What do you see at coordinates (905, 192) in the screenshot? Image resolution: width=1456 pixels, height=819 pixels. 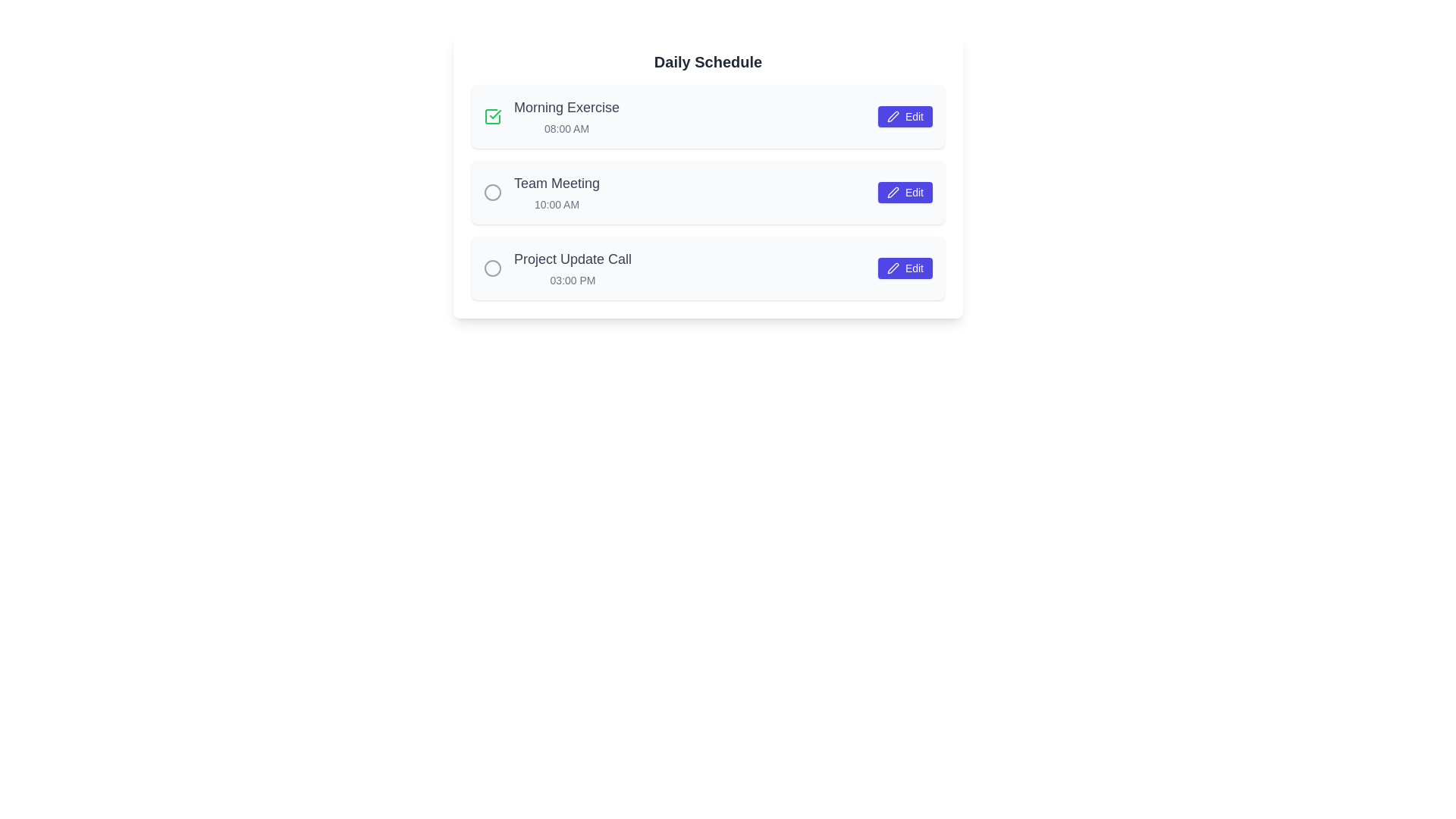 I see `the rectangular button labeled 'Edit' with a purple background located to the right of the 'Team Meeting' section` at bounding box center [905, 192].